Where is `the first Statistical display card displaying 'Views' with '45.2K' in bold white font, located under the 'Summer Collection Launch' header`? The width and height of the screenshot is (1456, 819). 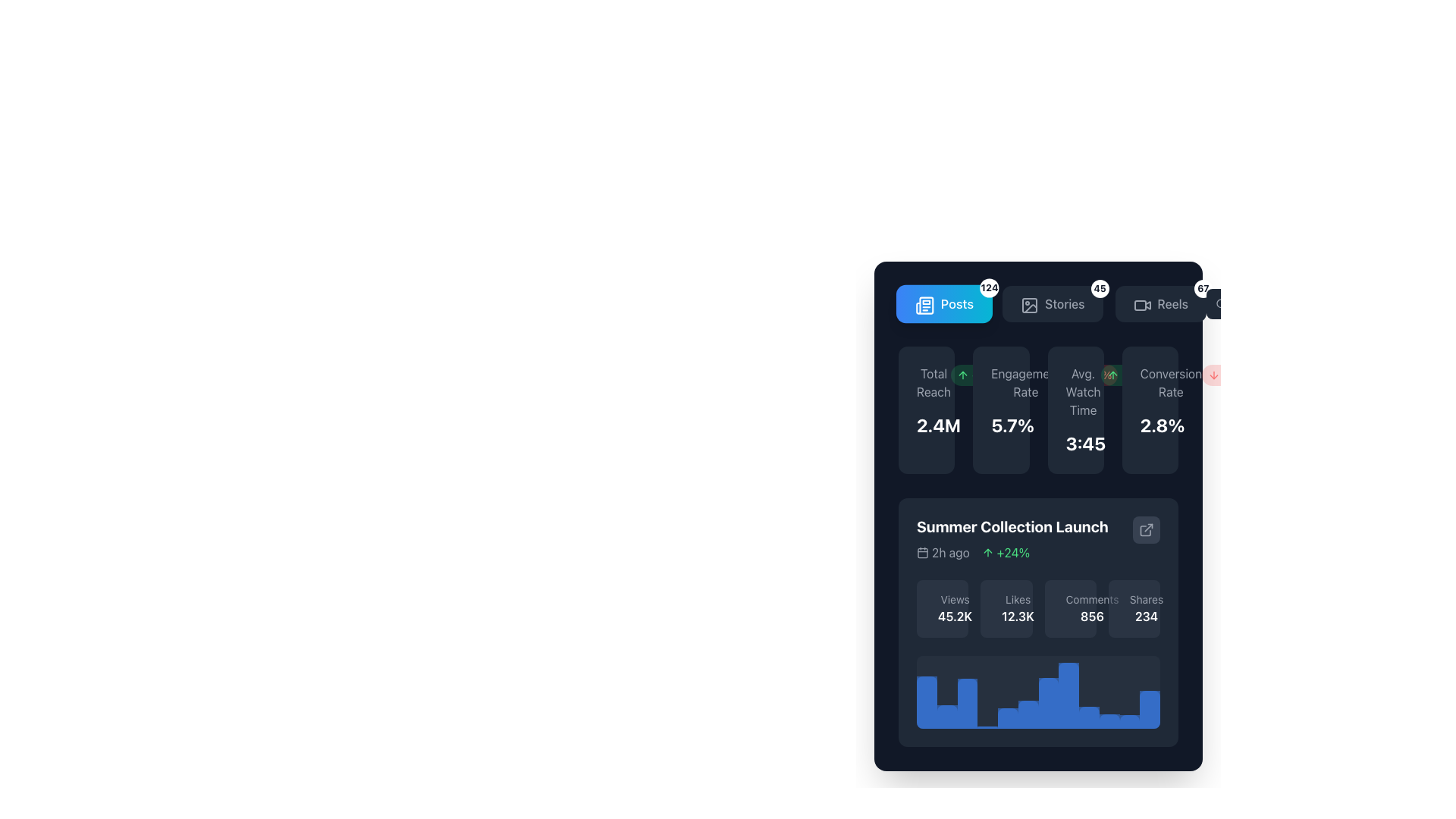
the first Statistical display card displaying 'Views' with '45.2K' in bold white font, located under the 'Summer Collection Launch' header is located at coordinates (942, 607).